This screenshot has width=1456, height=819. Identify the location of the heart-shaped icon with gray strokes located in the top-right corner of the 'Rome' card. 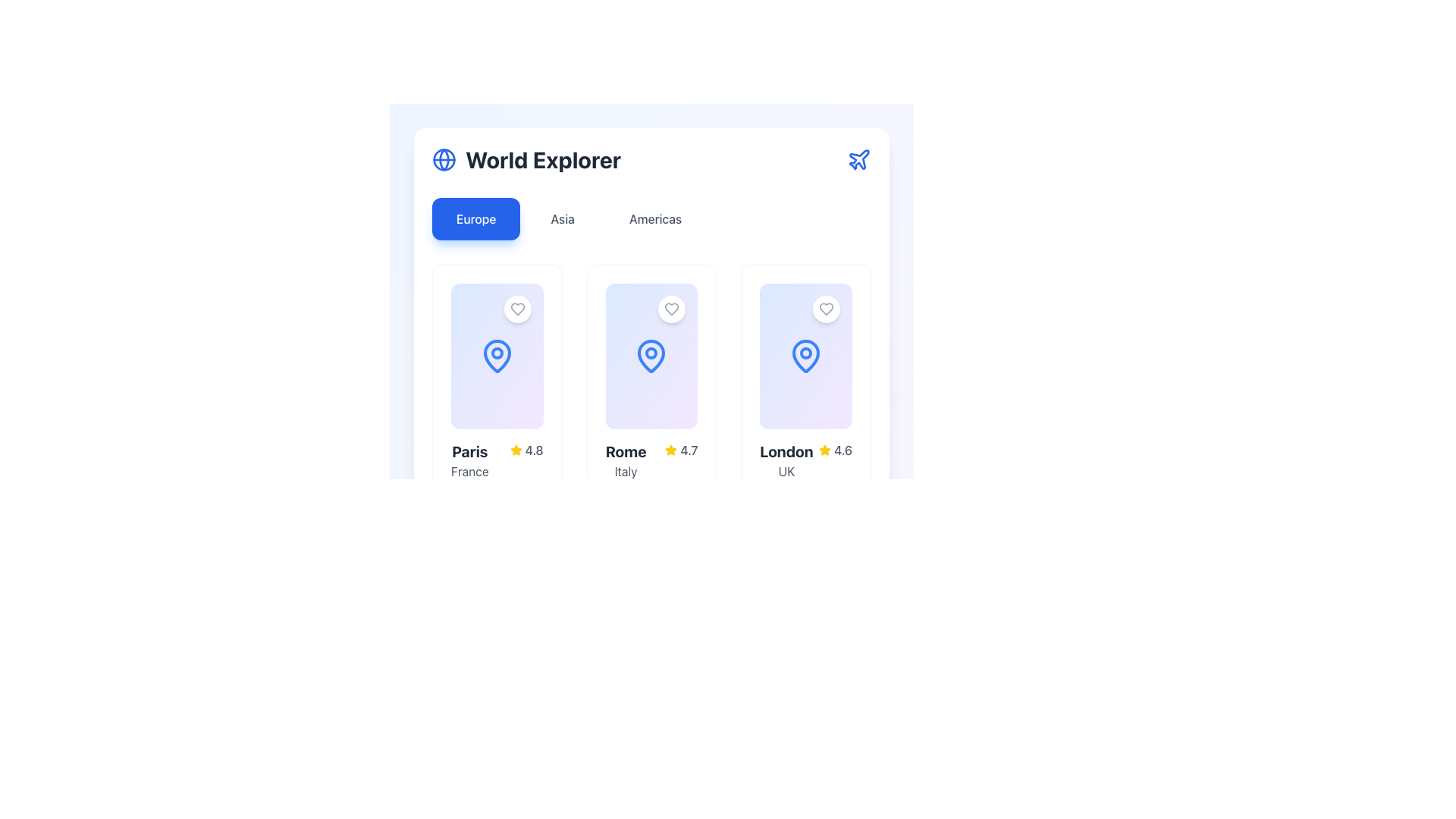
(671, 309).